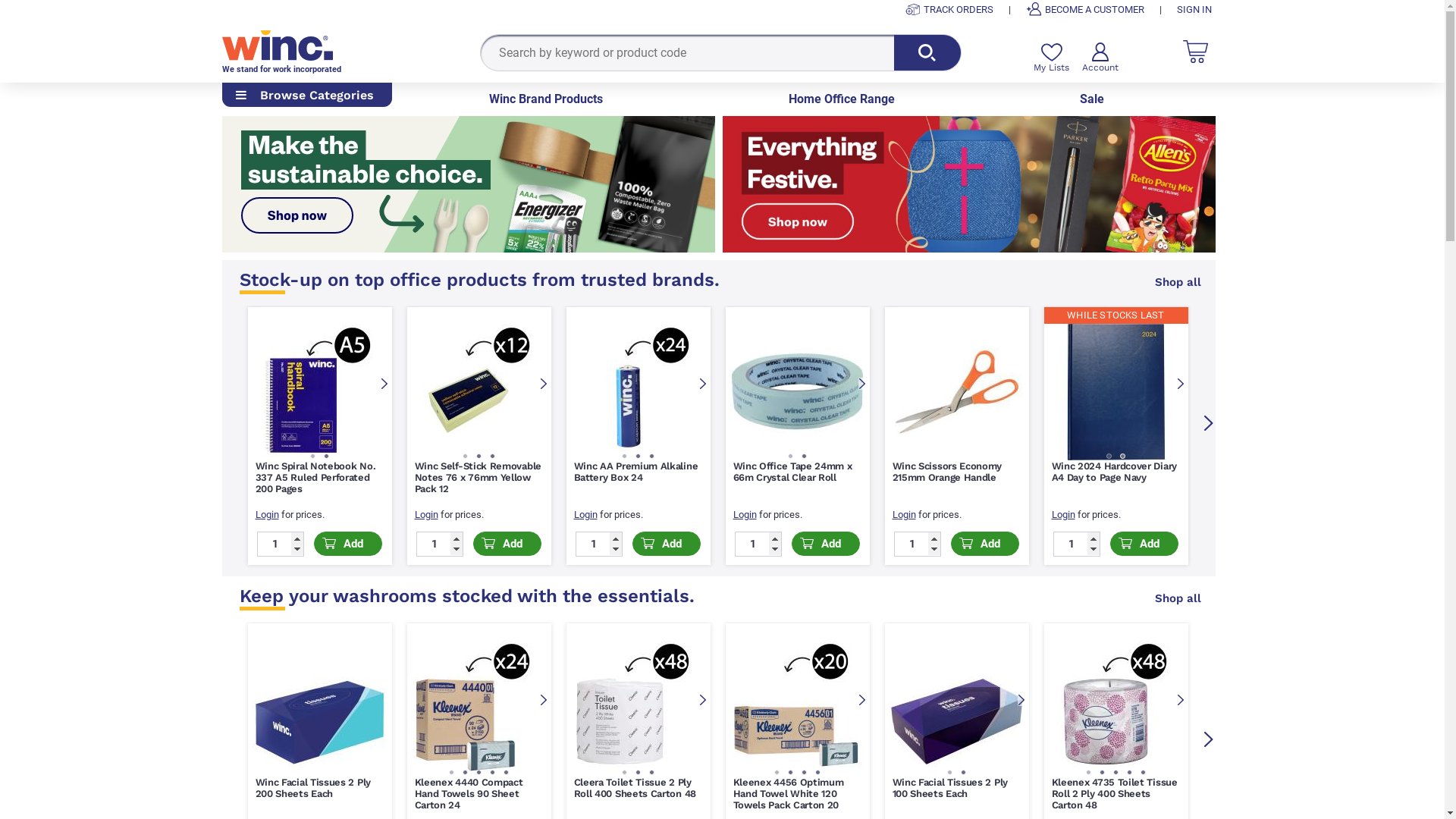 This screenshot has width=1456, height=819. I want to click on 'Account', so click(1099, 57).